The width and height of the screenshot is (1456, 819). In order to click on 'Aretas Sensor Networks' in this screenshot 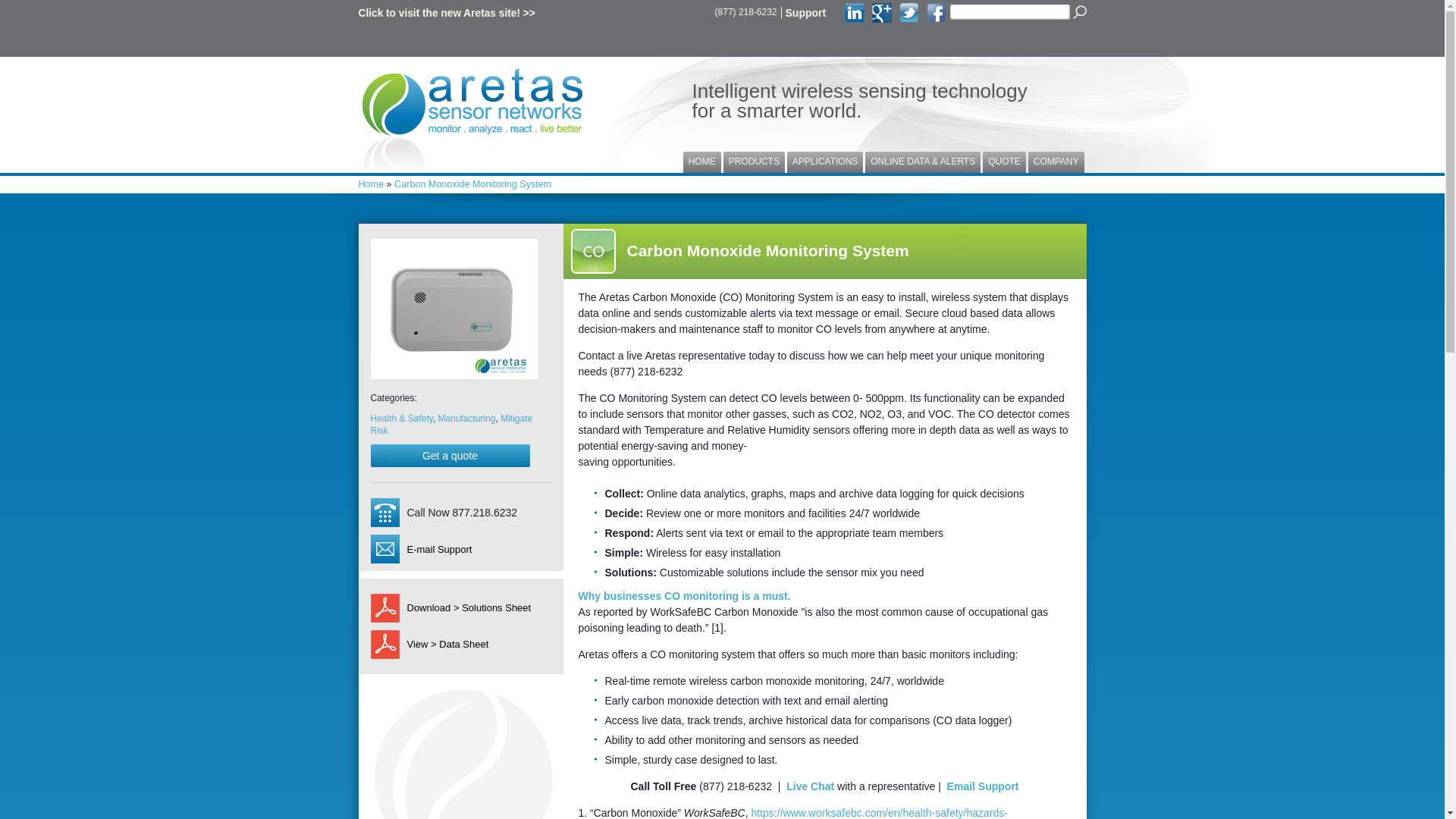, I will do `click(471, 119)`.